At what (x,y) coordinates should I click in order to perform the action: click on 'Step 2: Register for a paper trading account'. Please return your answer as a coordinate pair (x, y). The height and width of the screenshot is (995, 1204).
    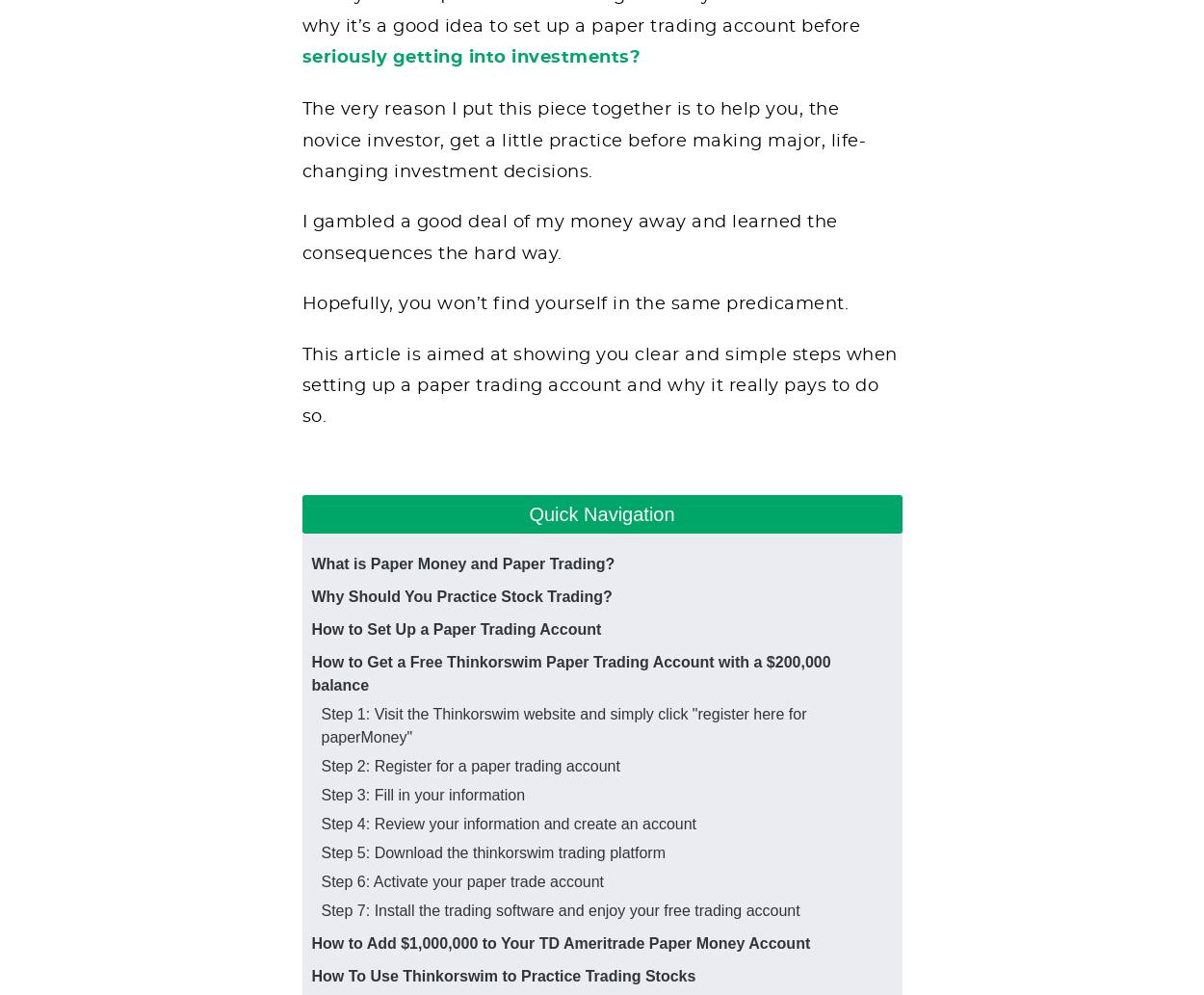
    Looking at the image, I should click on (469, 765).